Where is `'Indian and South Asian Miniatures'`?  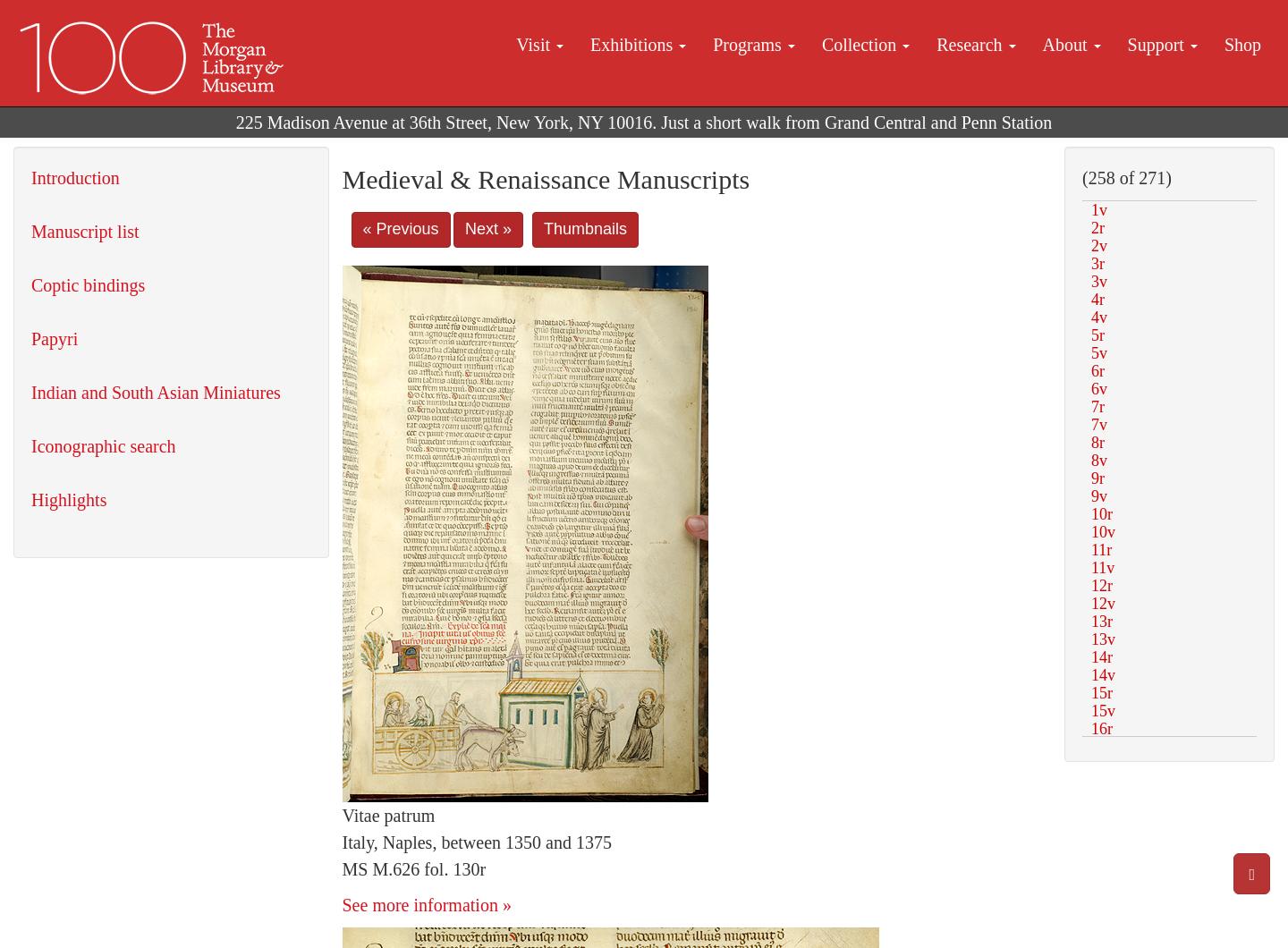
'Indian and South Asian Miniatures' is located at coordinates (154, 392).